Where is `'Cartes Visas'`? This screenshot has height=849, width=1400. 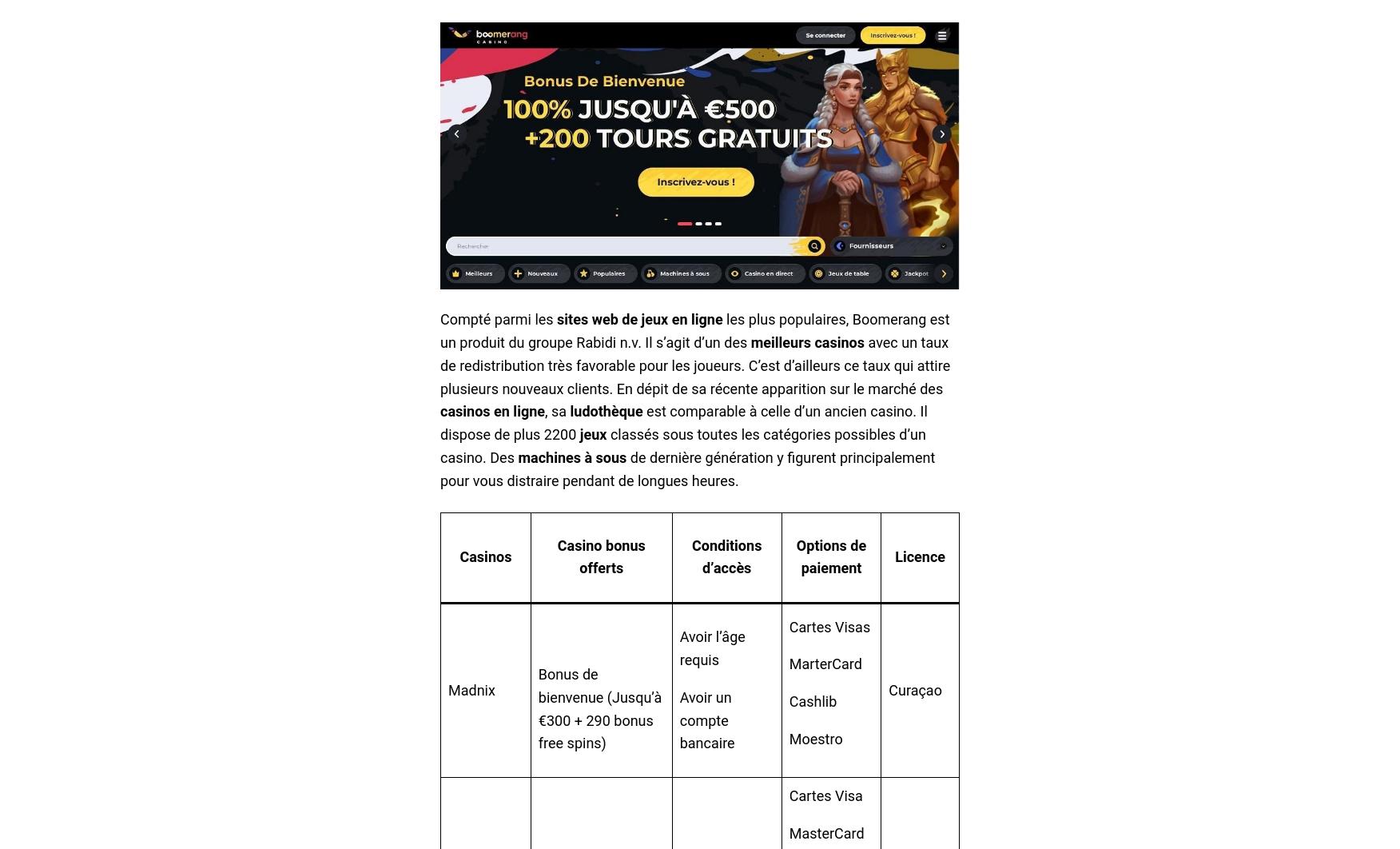
'Cartes Visas' is located at coordinates (829, 626).